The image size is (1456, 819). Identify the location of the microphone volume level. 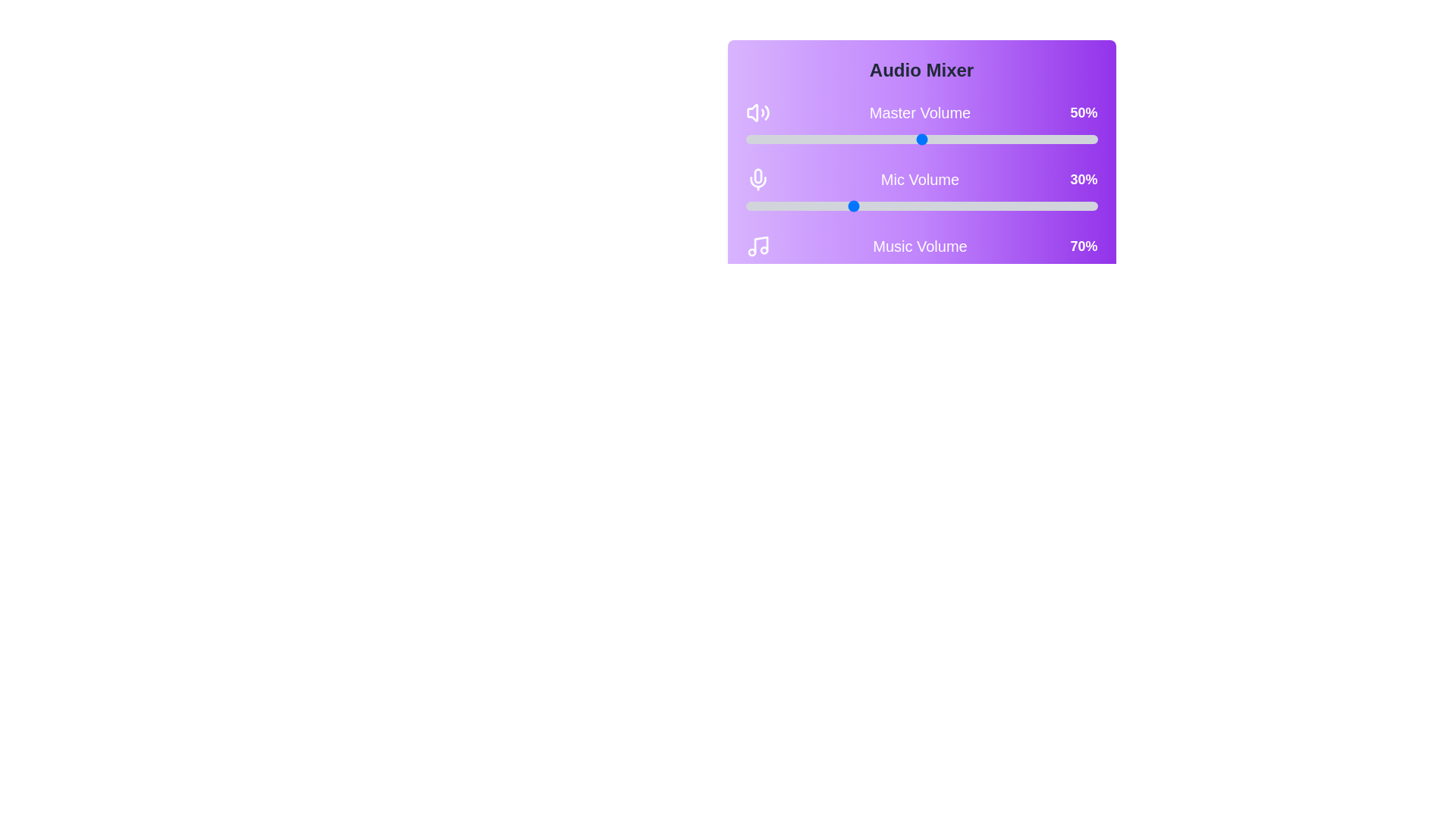
(861, 206).